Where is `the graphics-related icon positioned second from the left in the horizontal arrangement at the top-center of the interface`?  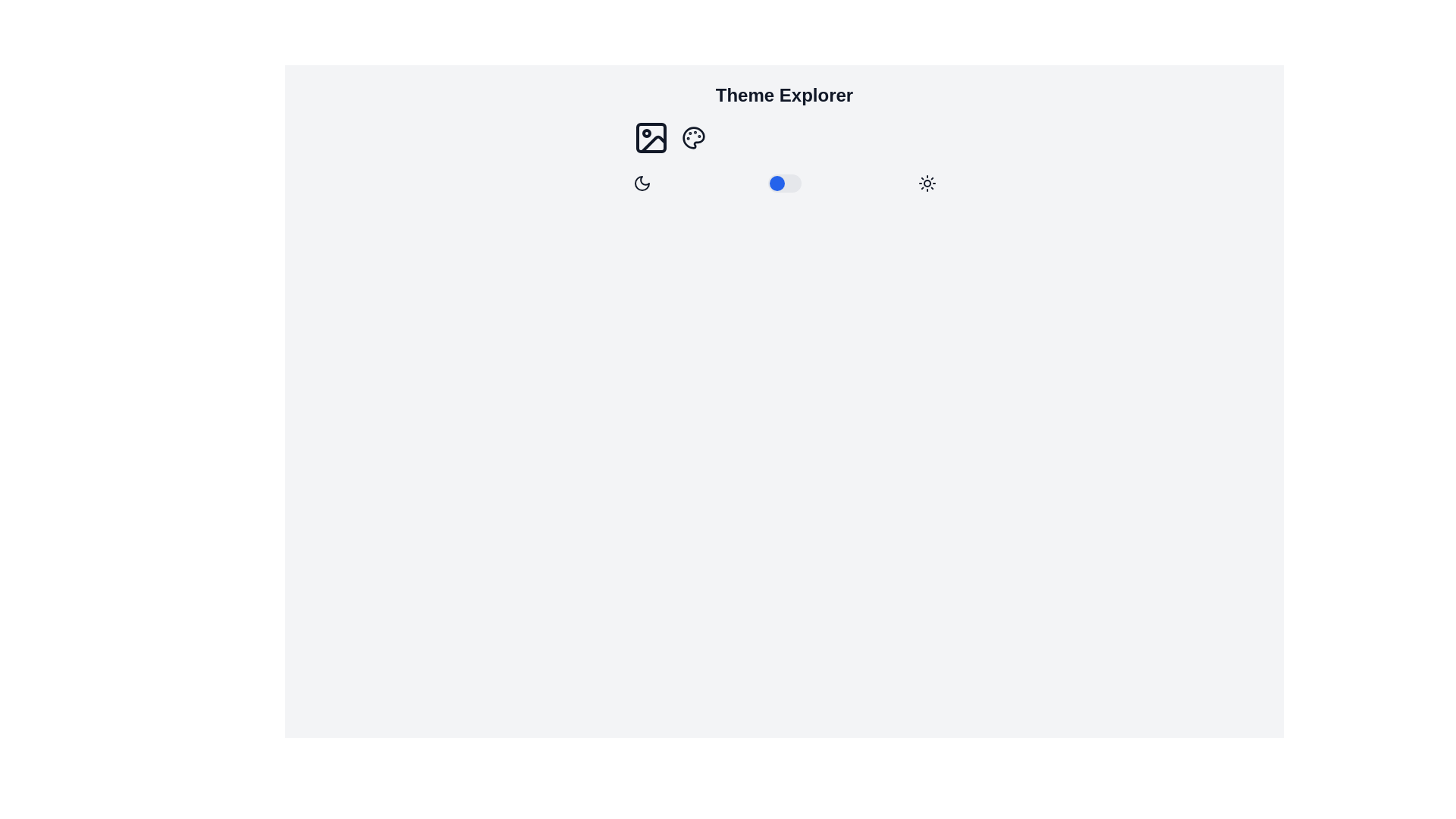
the graphics-related icon positioned second from the left in the horizontal arrangement at the top-center of the interface is located at coordinates (692, 137).